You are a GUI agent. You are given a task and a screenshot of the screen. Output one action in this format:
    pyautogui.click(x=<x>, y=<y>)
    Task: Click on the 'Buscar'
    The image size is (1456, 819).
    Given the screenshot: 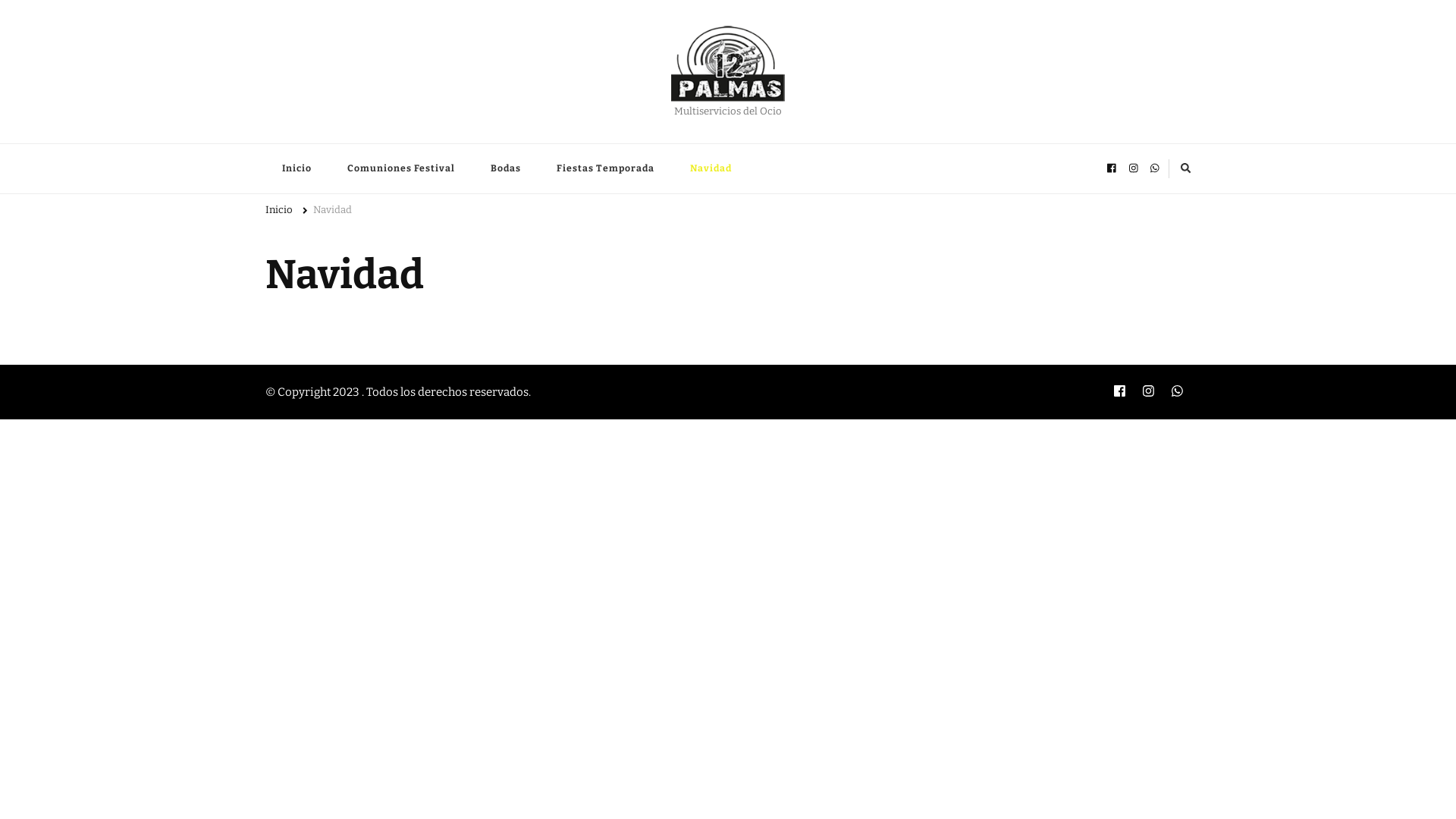 What is the action you would take?
    pyautogui.click(x=1147, y=168)
    